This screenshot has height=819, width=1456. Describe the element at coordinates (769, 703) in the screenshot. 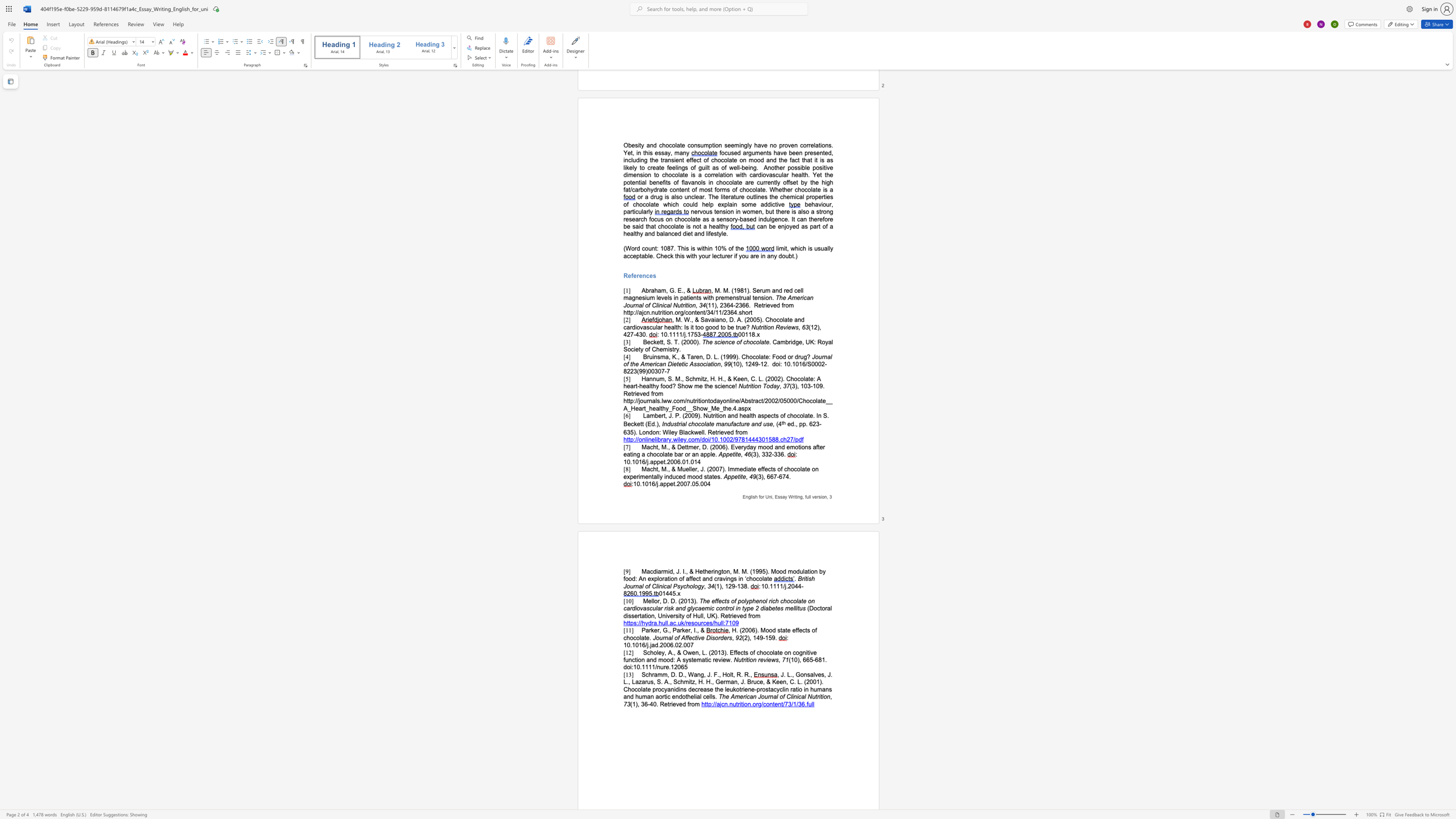

I see `the subset text "ntent/" within the text "http://ajcn.nutrition.org/content/73/1/36.full"` at that location.